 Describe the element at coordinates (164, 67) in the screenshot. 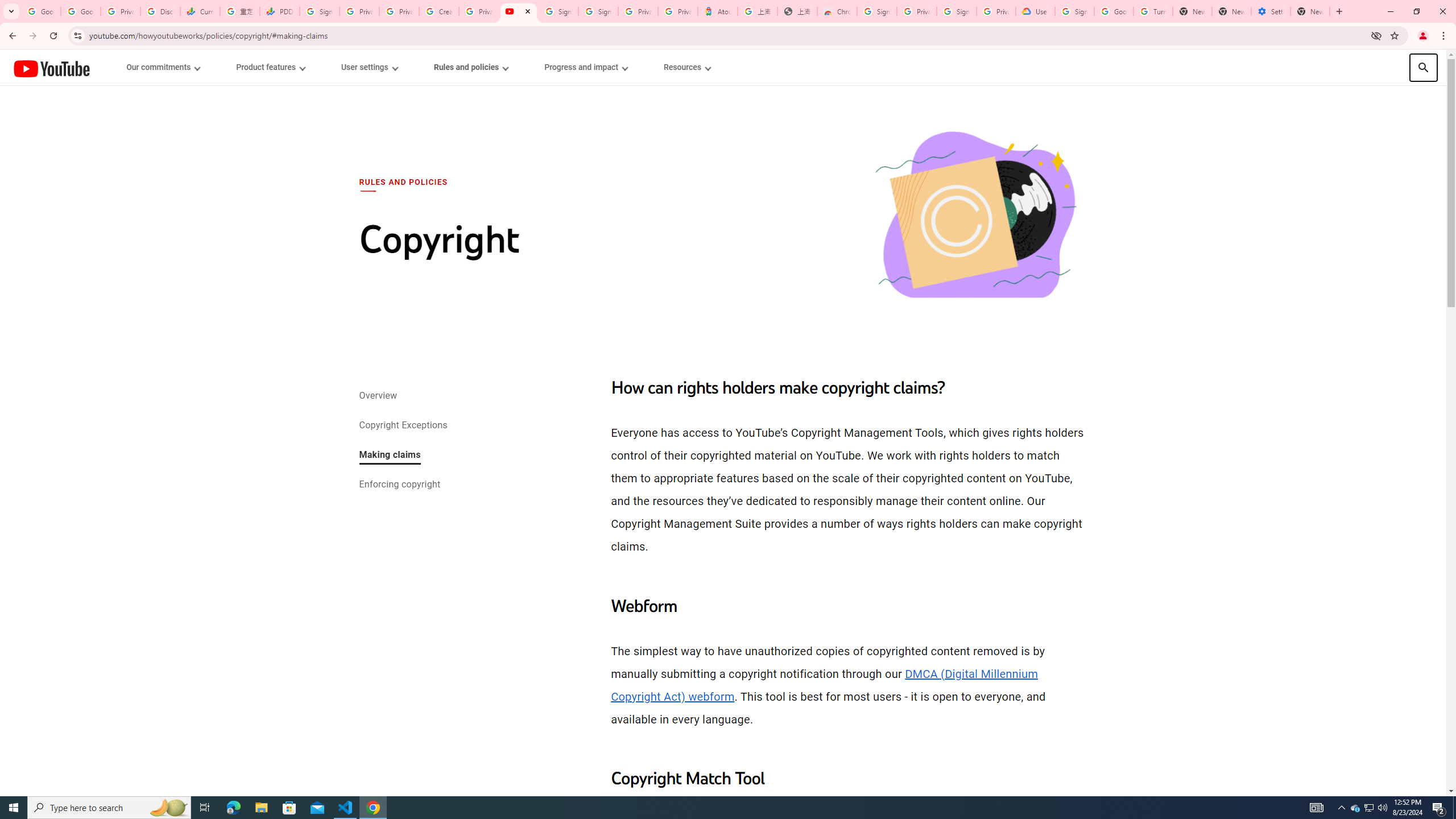

I see `'Our commitments menupopup'` at that location.